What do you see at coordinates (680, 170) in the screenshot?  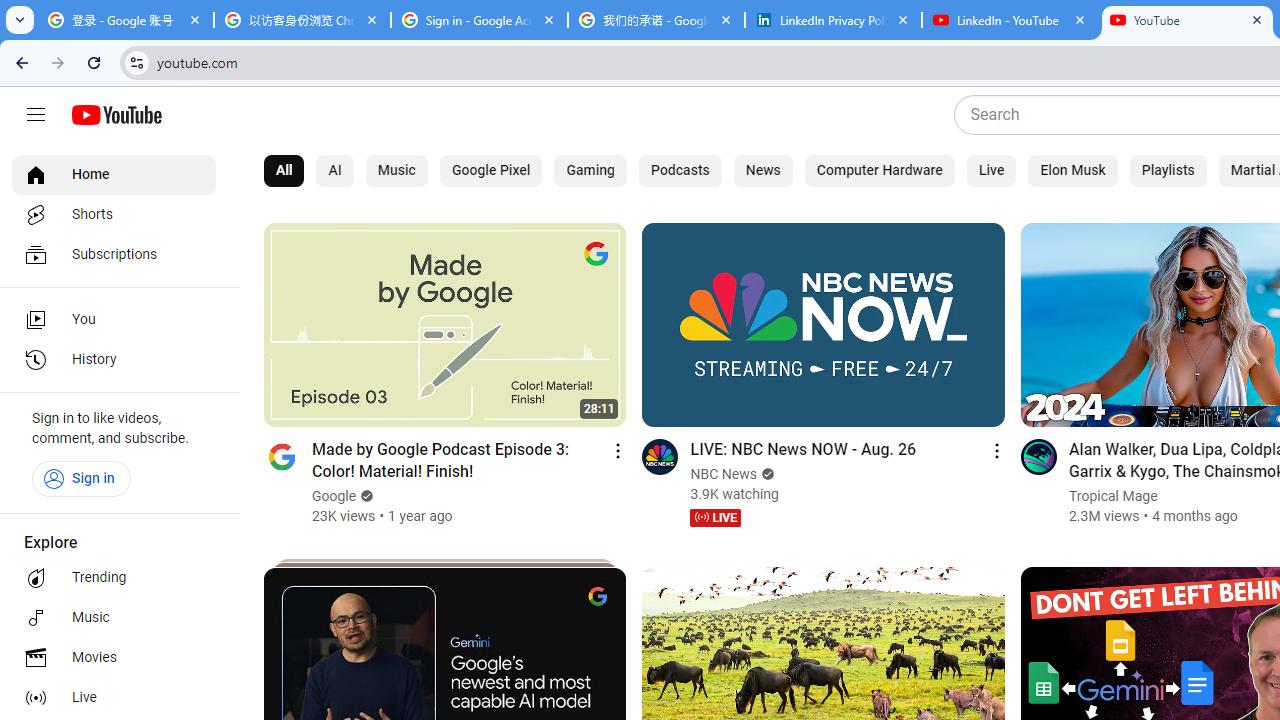 I see `'Podcasts'` at bounding box center [680, 170].